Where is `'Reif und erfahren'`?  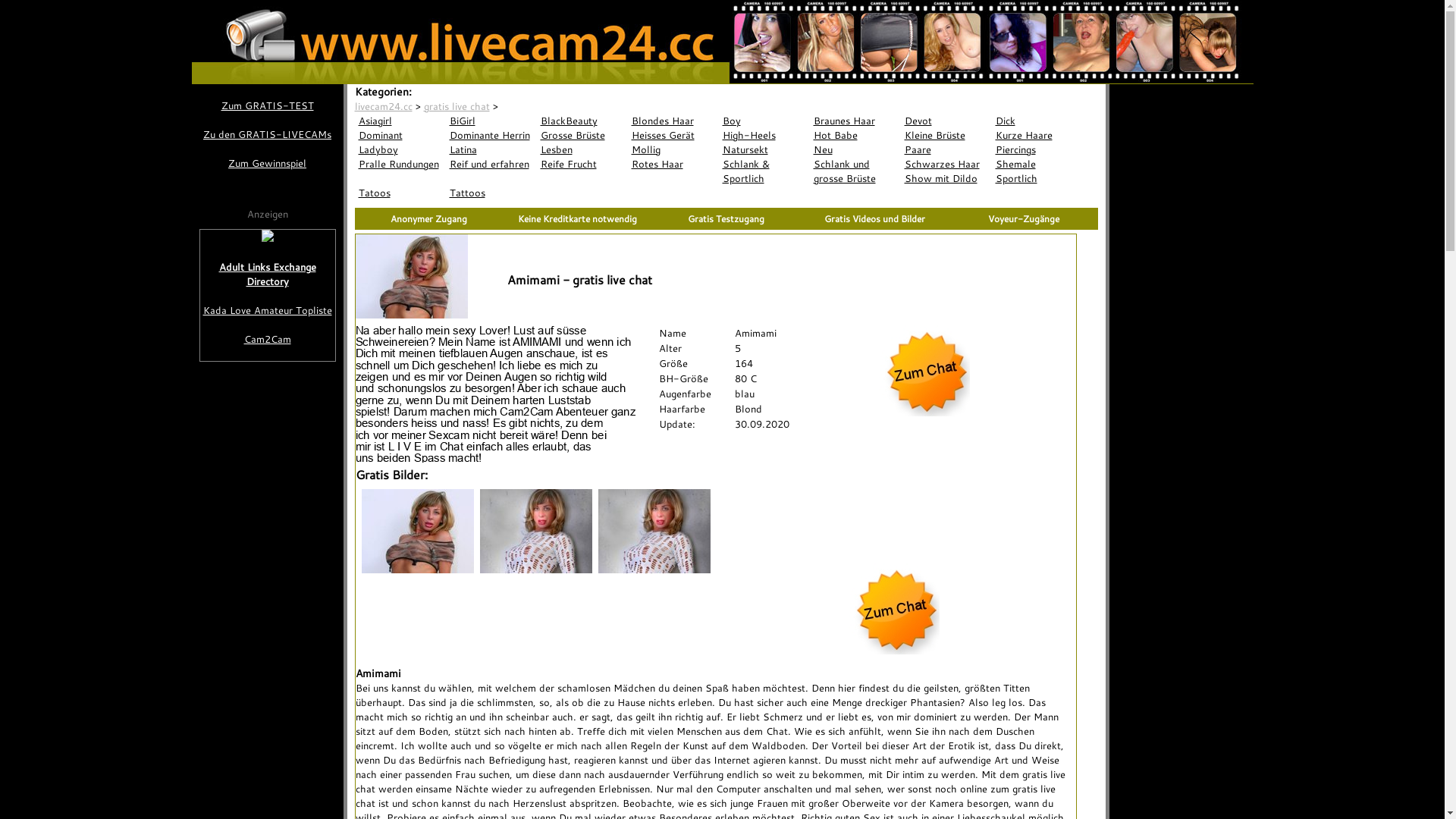 'Reif und erfahren' is located at coordinates (491, 164).